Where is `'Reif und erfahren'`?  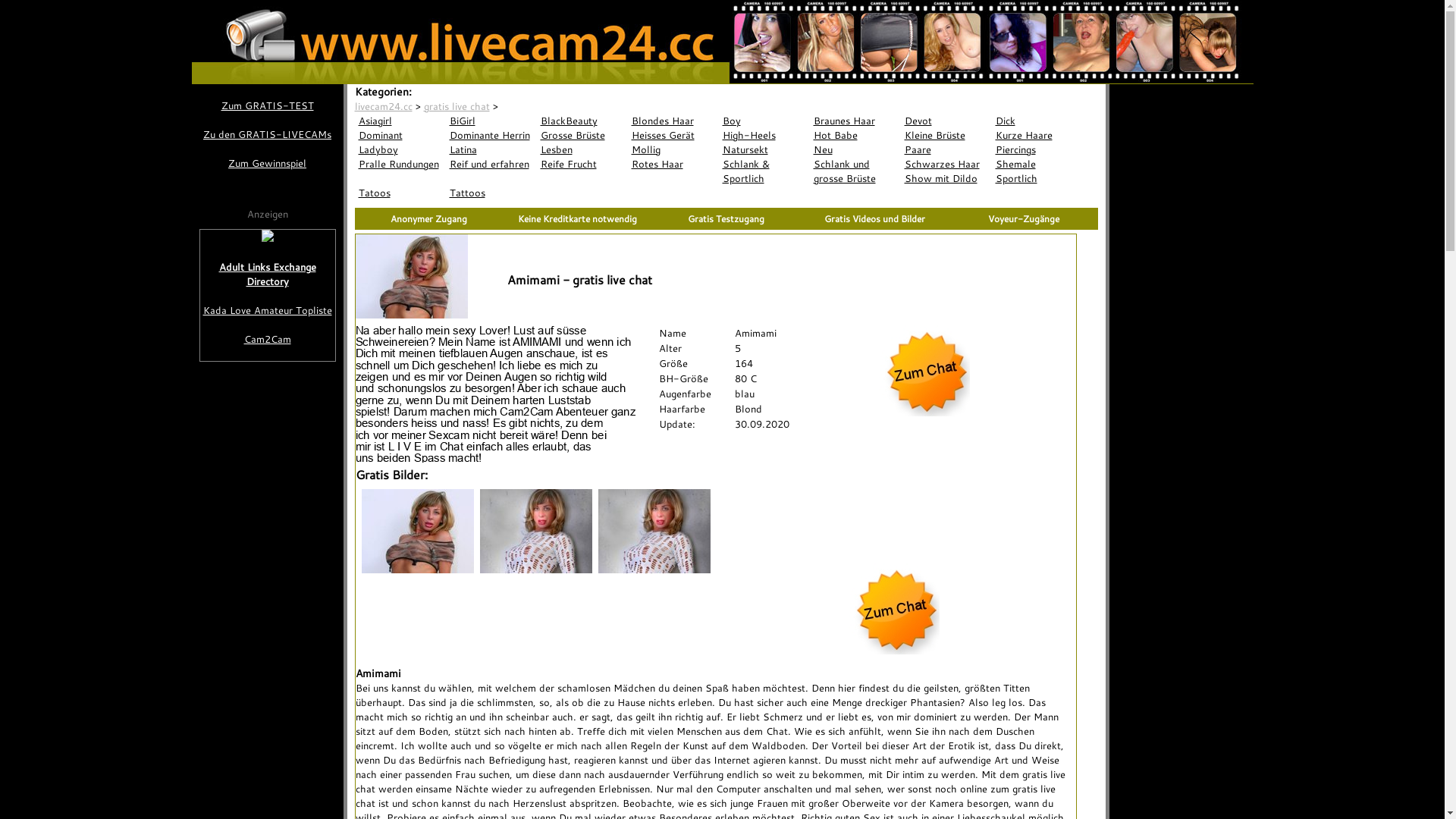 'Reif und erfahren' is located at coordinates (491, 164).